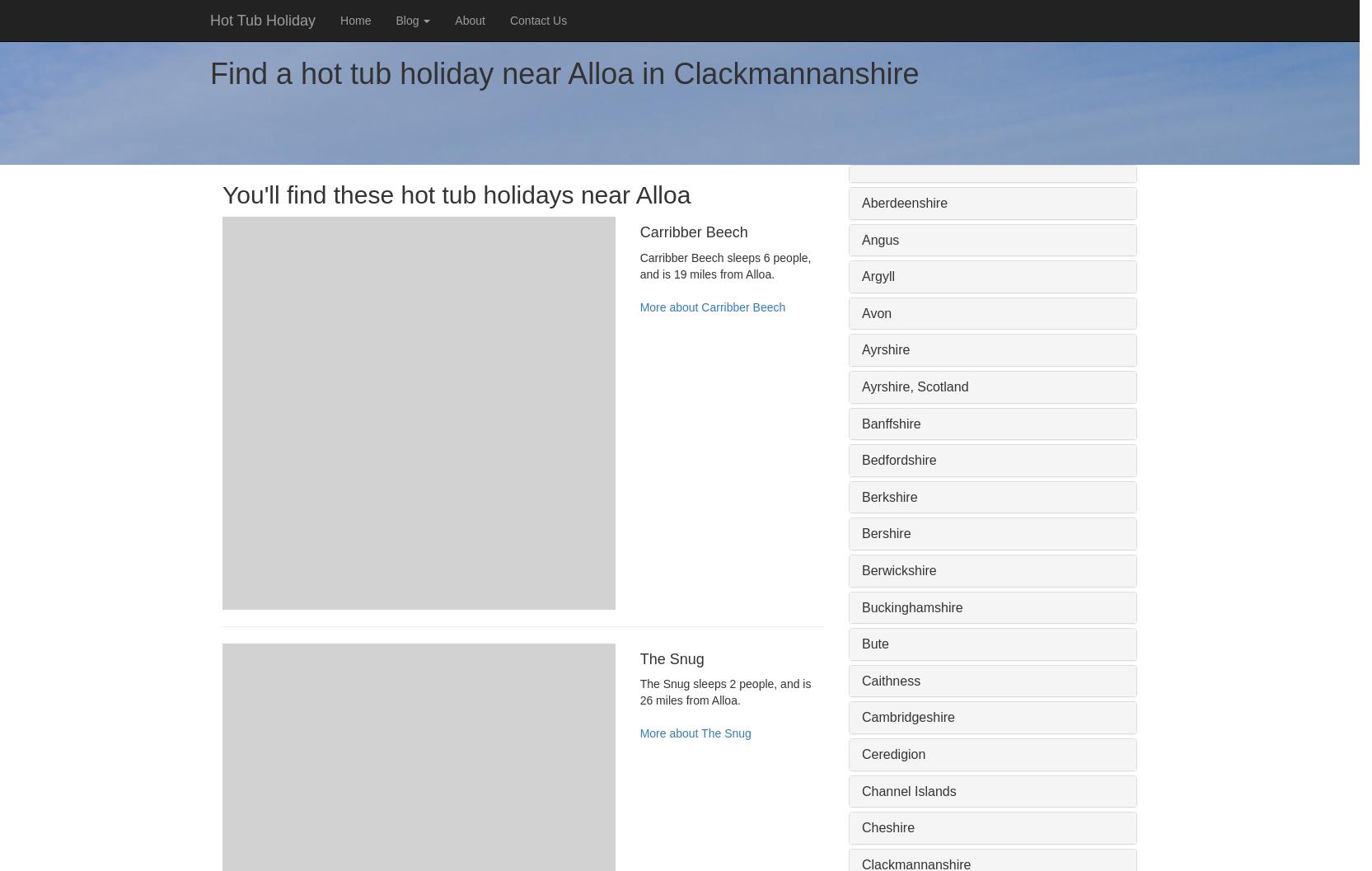 The image size is (1372, 871). What do you see at coordinates (899, 459) in the screenshot?
I see `'Bedfordshire'` at bounding box center [899, 459].